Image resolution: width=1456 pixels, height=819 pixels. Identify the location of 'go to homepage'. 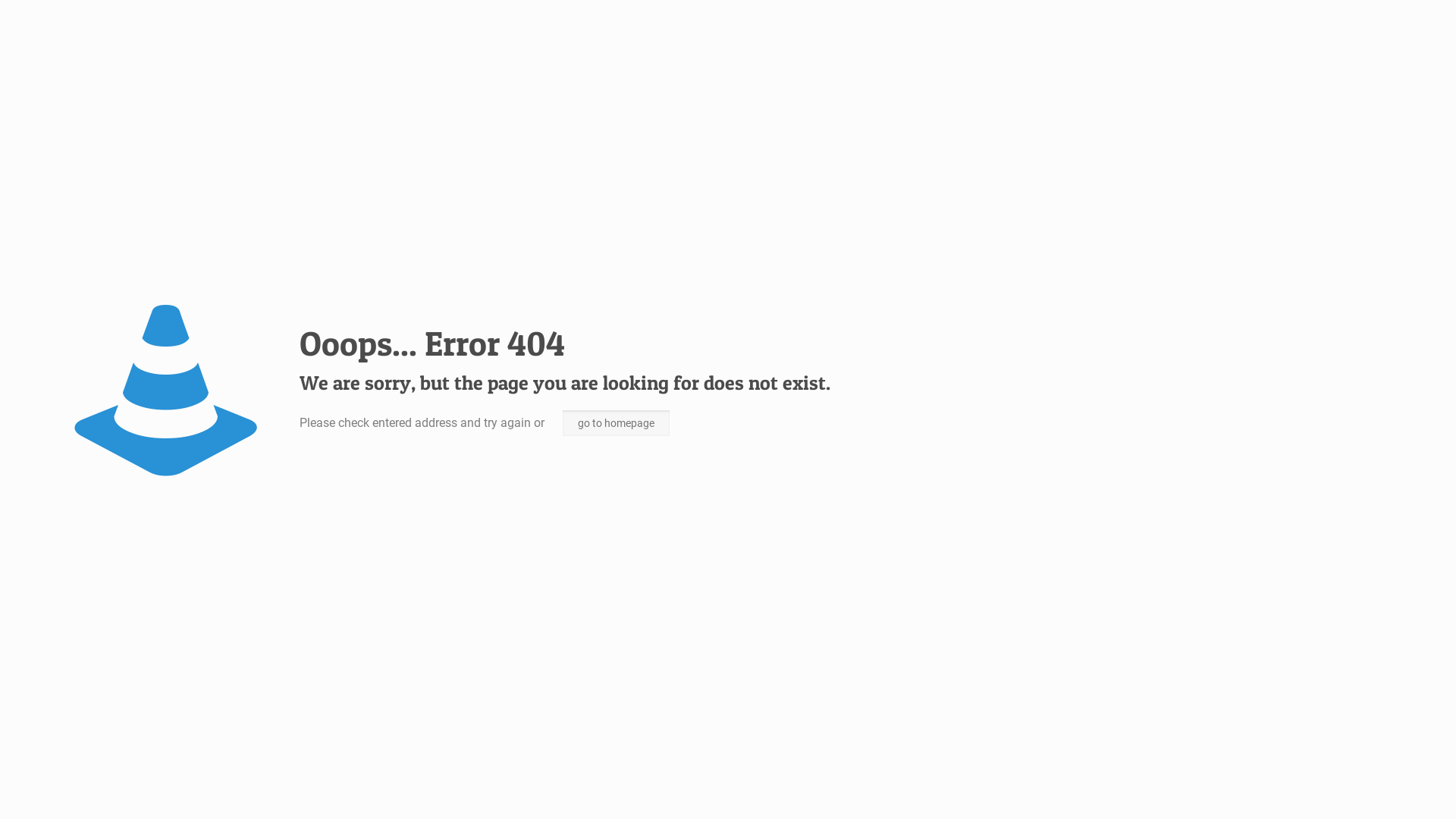
(562, 423).